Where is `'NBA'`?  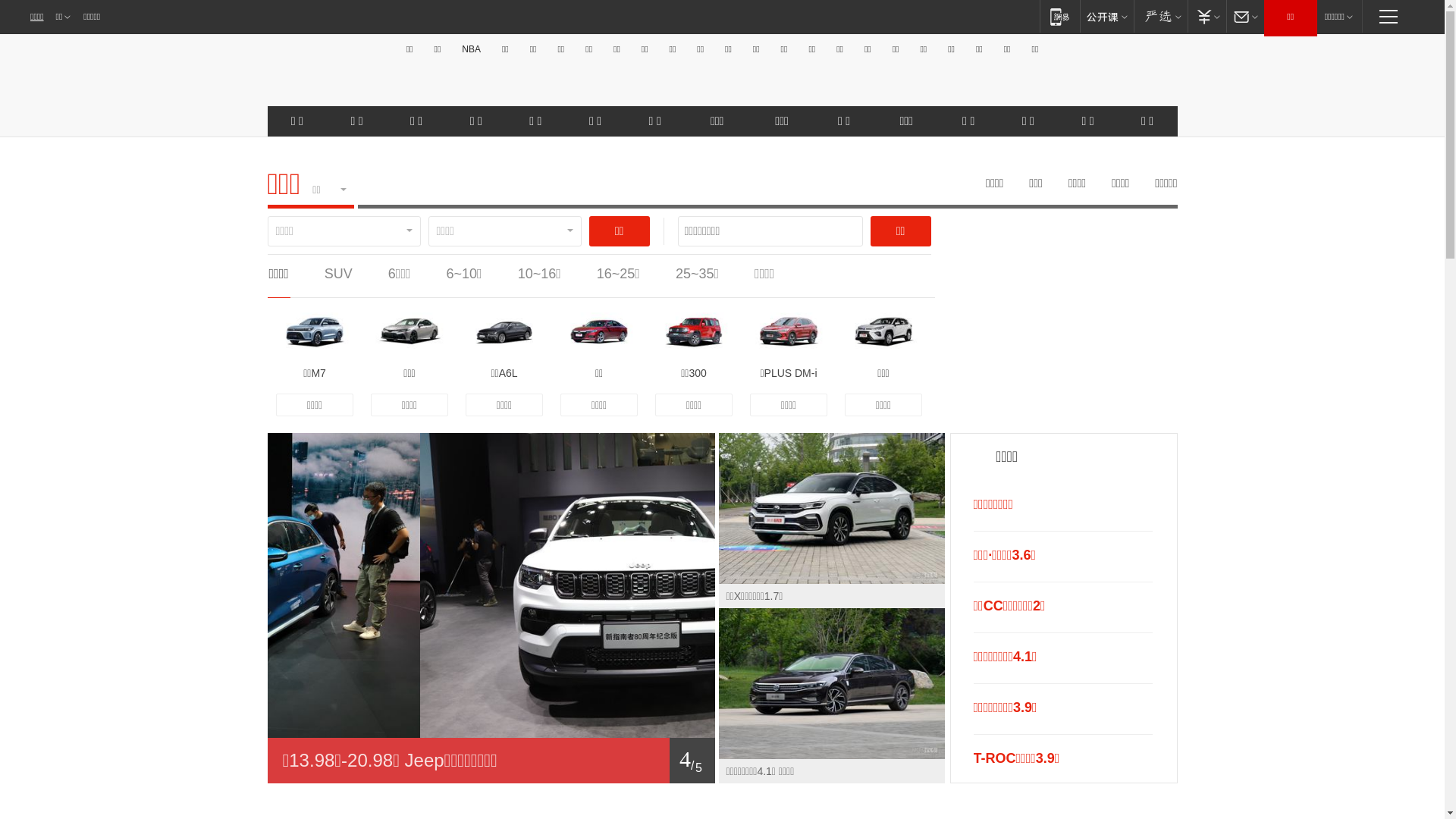 'NBA' is located at coordinates (470, 49).